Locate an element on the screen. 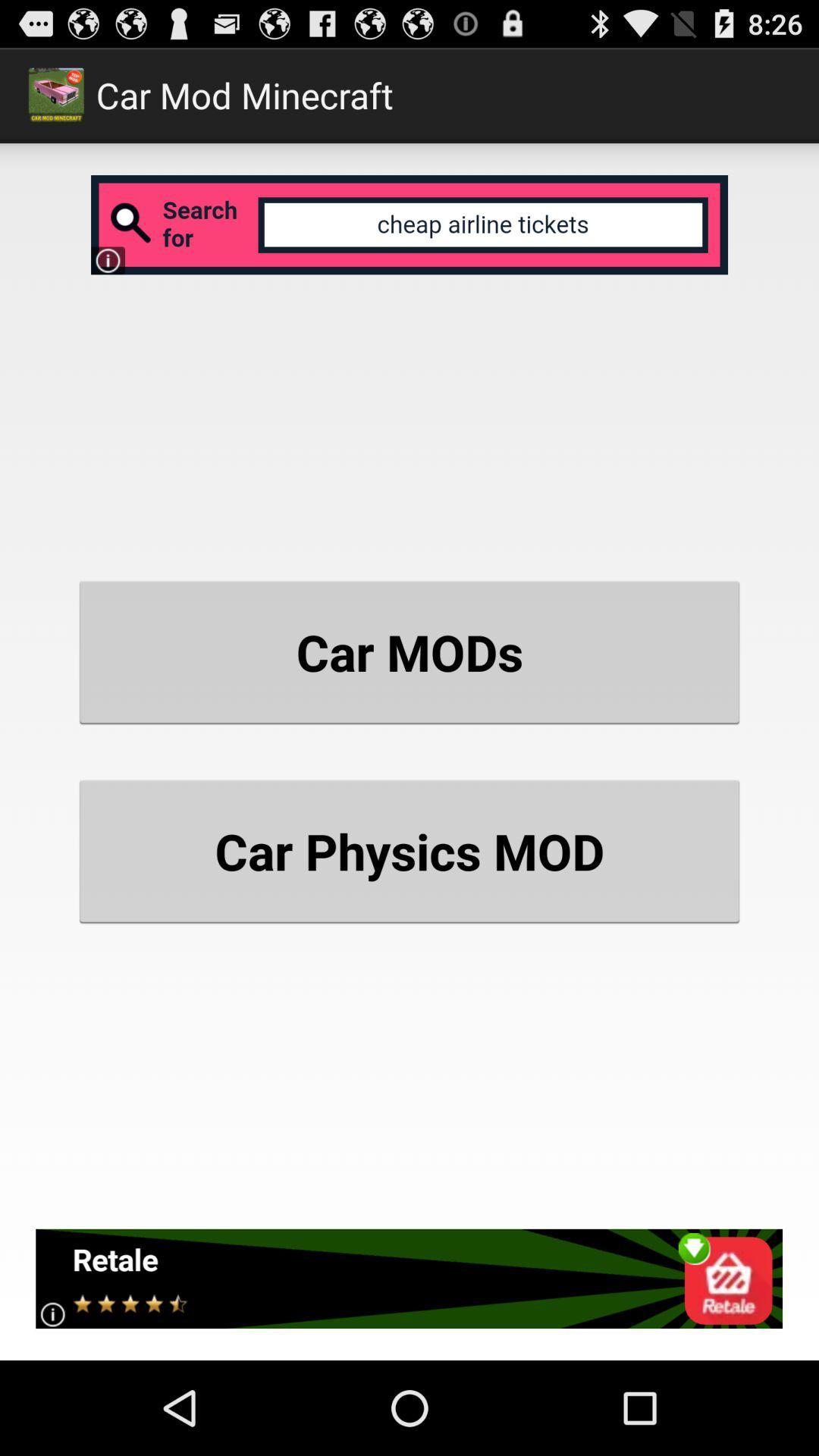 This screenshot has height=1456, width=819. item above the car mods item is located at coordinates (409, 224).